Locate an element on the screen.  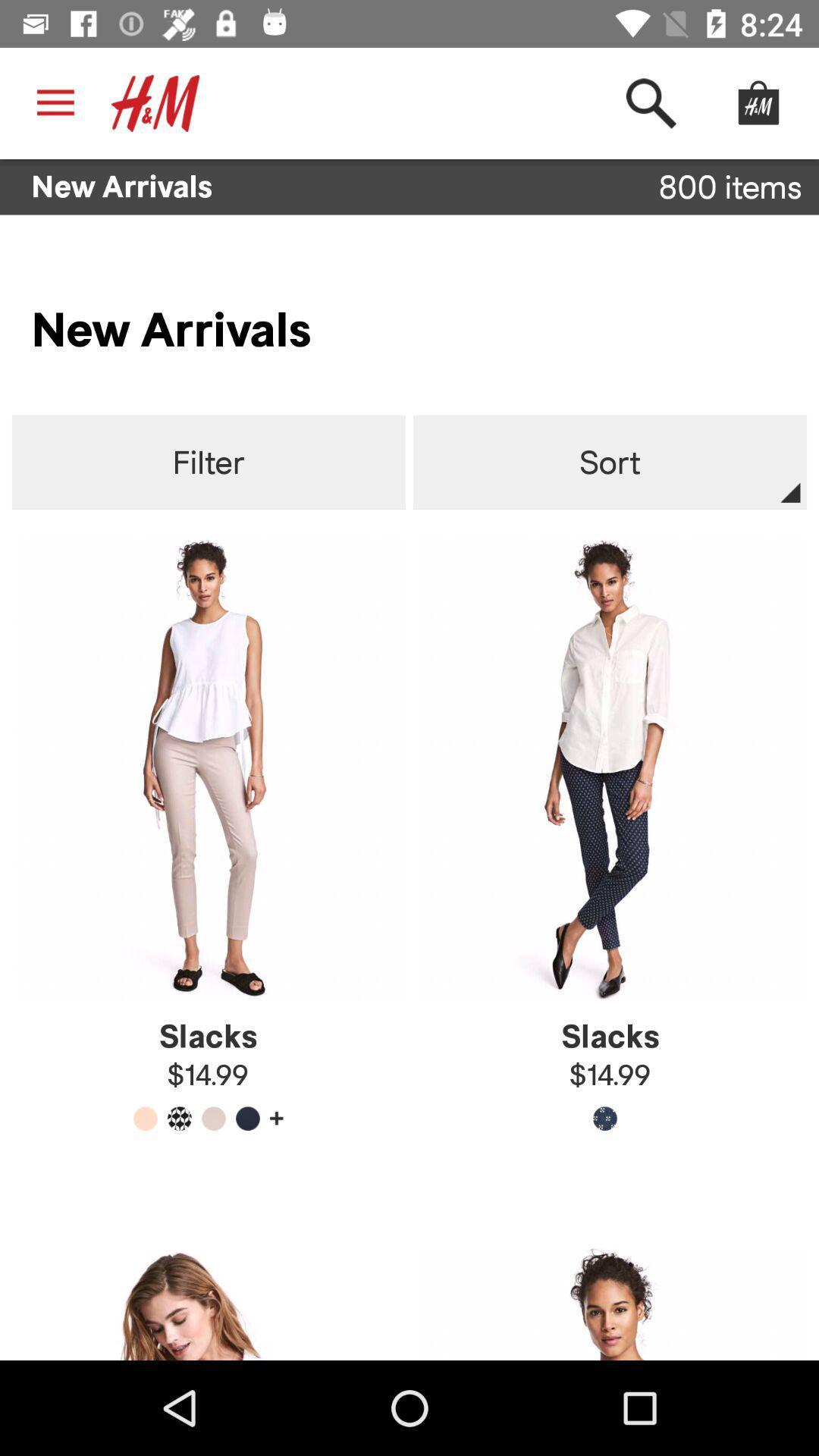
the hm icon at the top right corner is located at coordinates (758, 102).